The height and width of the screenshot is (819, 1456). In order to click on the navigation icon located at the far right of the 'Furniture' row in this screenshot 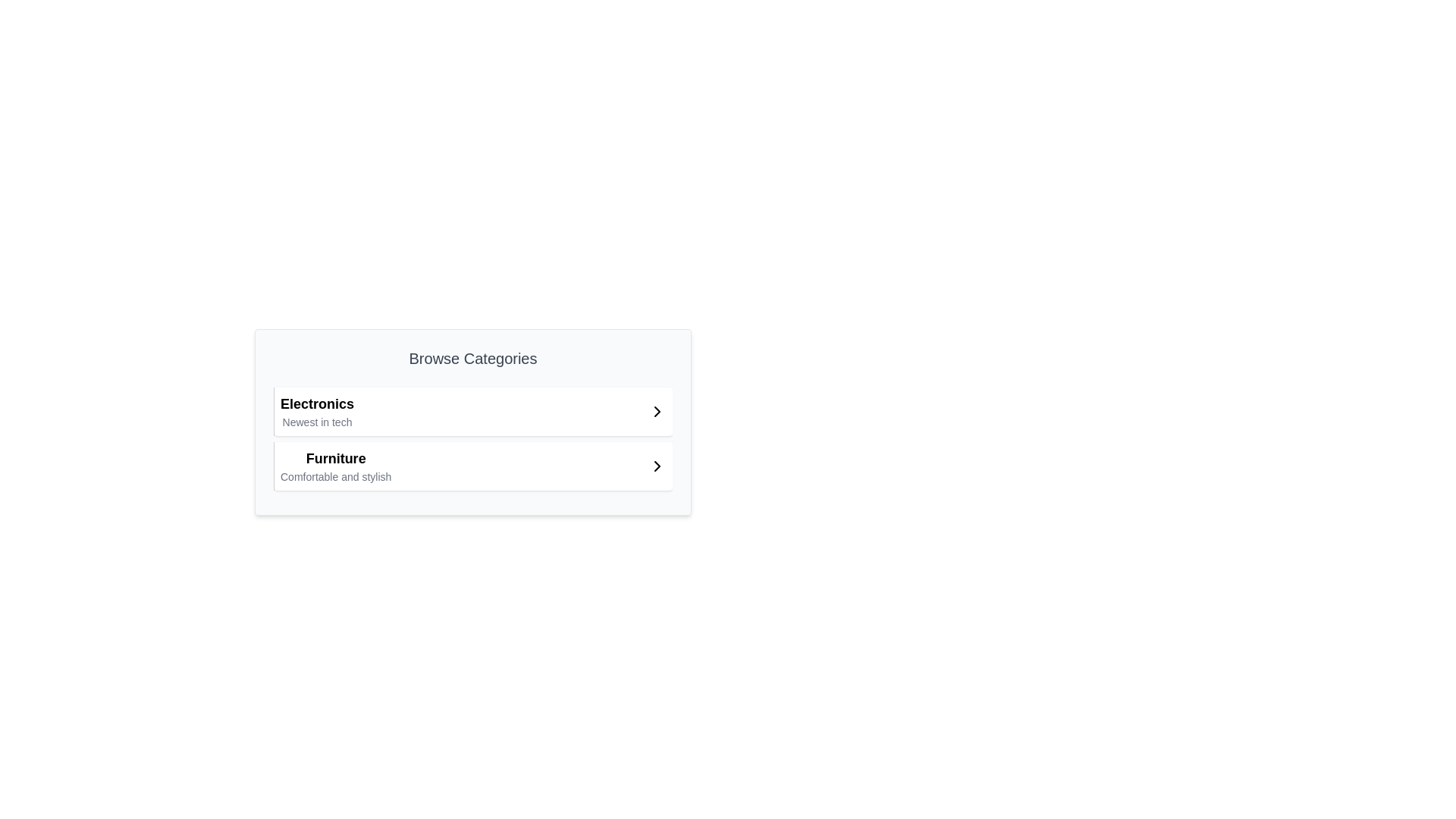, I will do `click(657, 465)`.